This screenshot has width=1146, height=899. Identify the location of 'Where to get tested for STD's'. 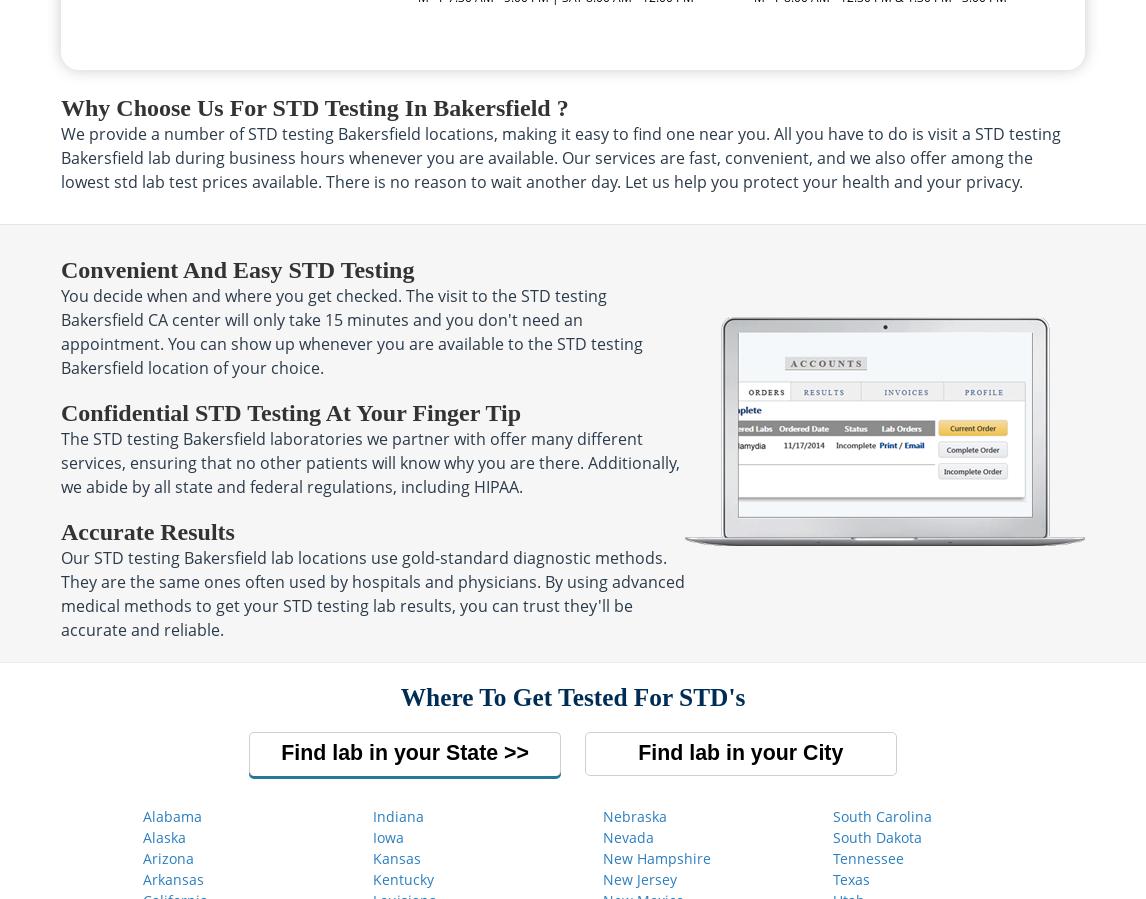
(571, 695).